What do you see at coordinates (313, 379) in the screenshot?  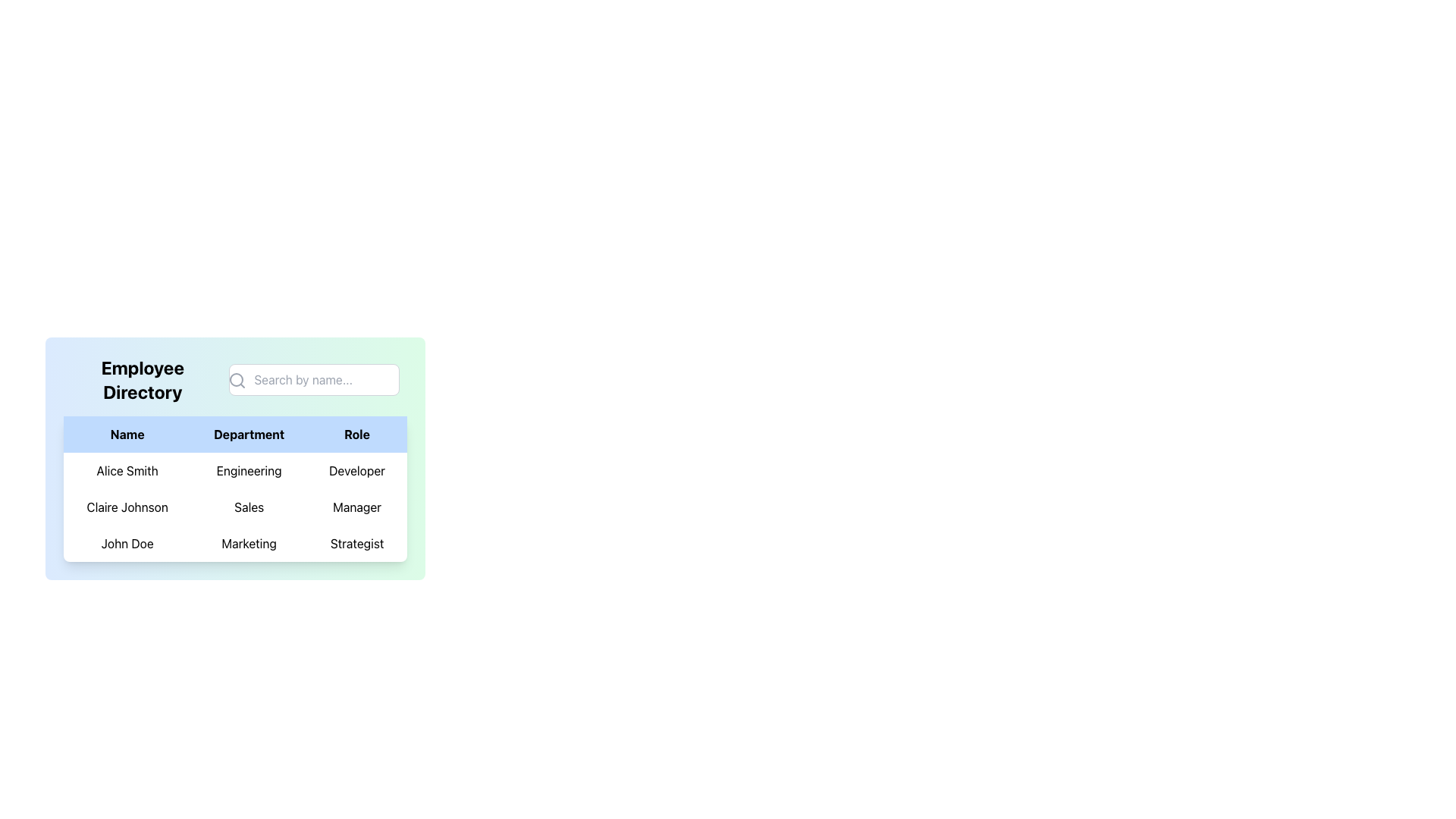 I see `the search input field in the top-right corner of the 'Employee Directory' section to focus it` at bounding box center [313, 379].